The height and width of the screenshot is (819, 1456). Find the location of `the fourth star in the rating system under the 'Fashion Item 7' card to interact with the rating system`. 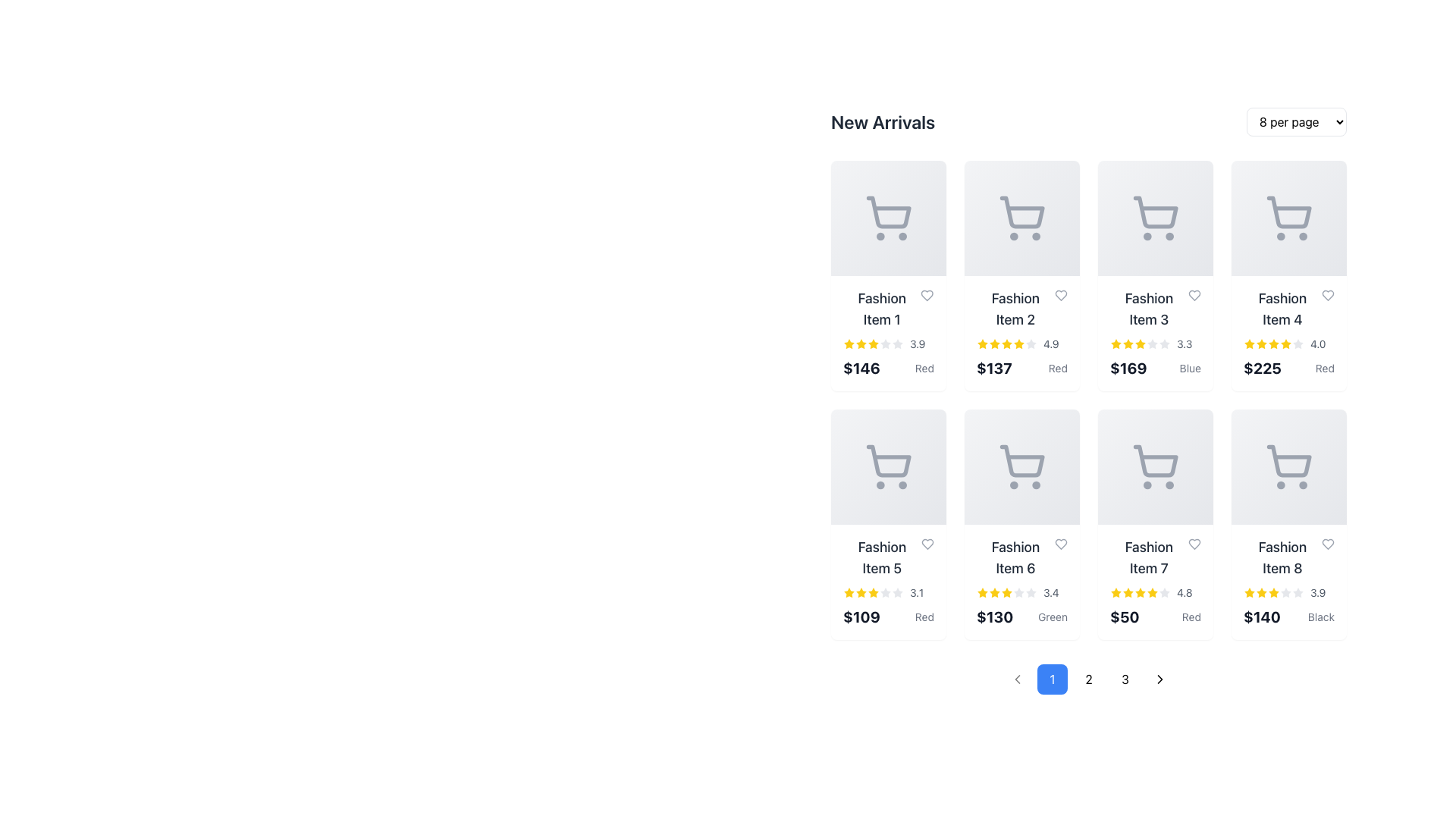

the fourth star in the rating system under the 'Fashion Item 7' card to interact with the rating system is located at coordinates (1128, 591).